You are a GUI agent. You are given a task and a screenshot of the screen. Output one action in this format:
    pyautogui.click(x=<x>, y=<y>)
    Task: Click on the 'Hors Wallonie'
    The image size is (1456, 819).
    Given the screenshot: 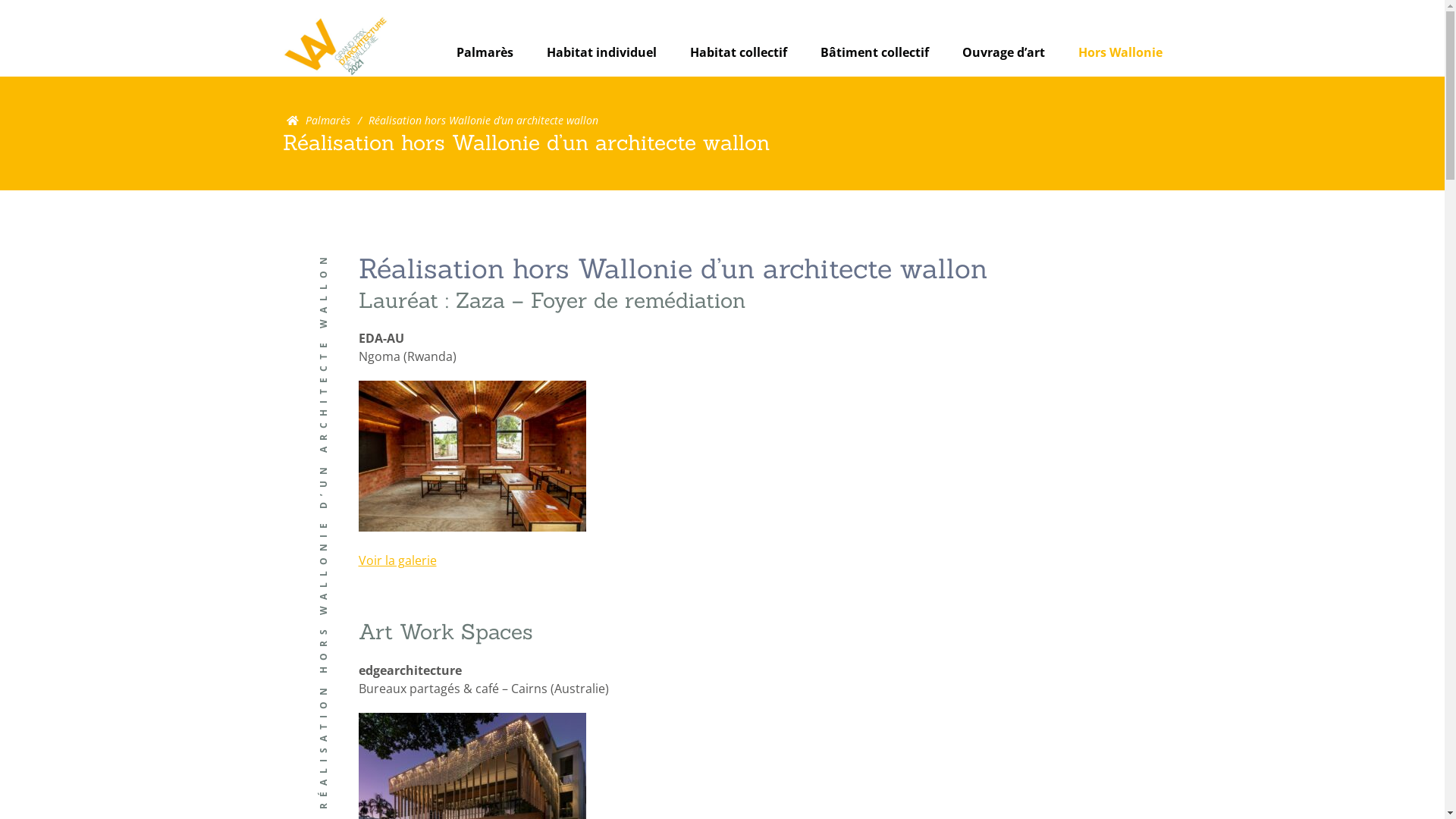 What is the action you would take?
    pyautogui.click(x=1120, y=52)
    